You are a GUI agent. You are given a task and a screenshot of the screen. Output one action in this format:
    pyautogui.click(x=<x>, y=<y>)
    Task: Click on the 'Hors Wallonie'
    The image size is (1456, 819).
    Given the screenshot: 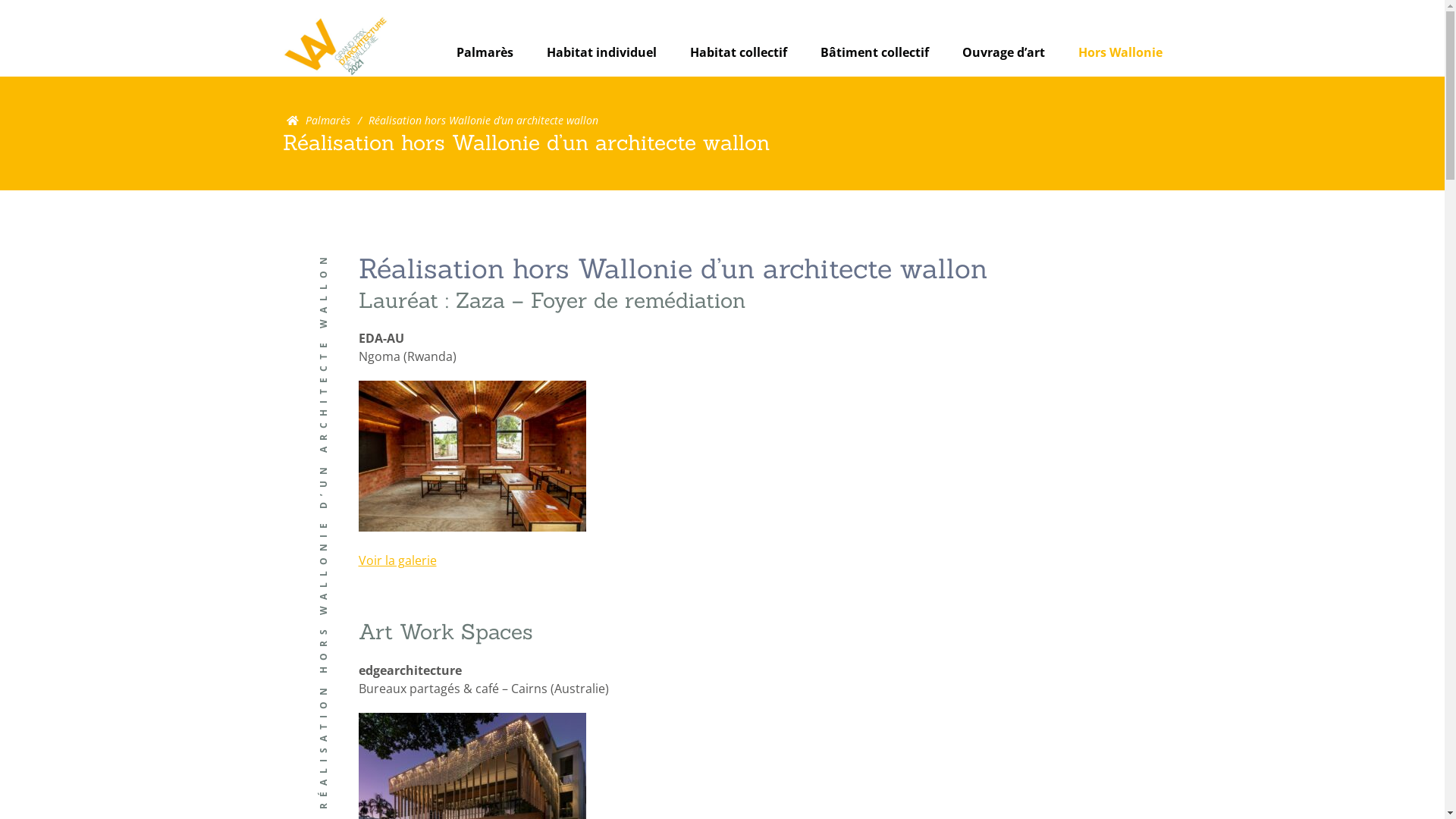 What is the action you would take?
    pyautogui.click(x=1120, y=52)
    